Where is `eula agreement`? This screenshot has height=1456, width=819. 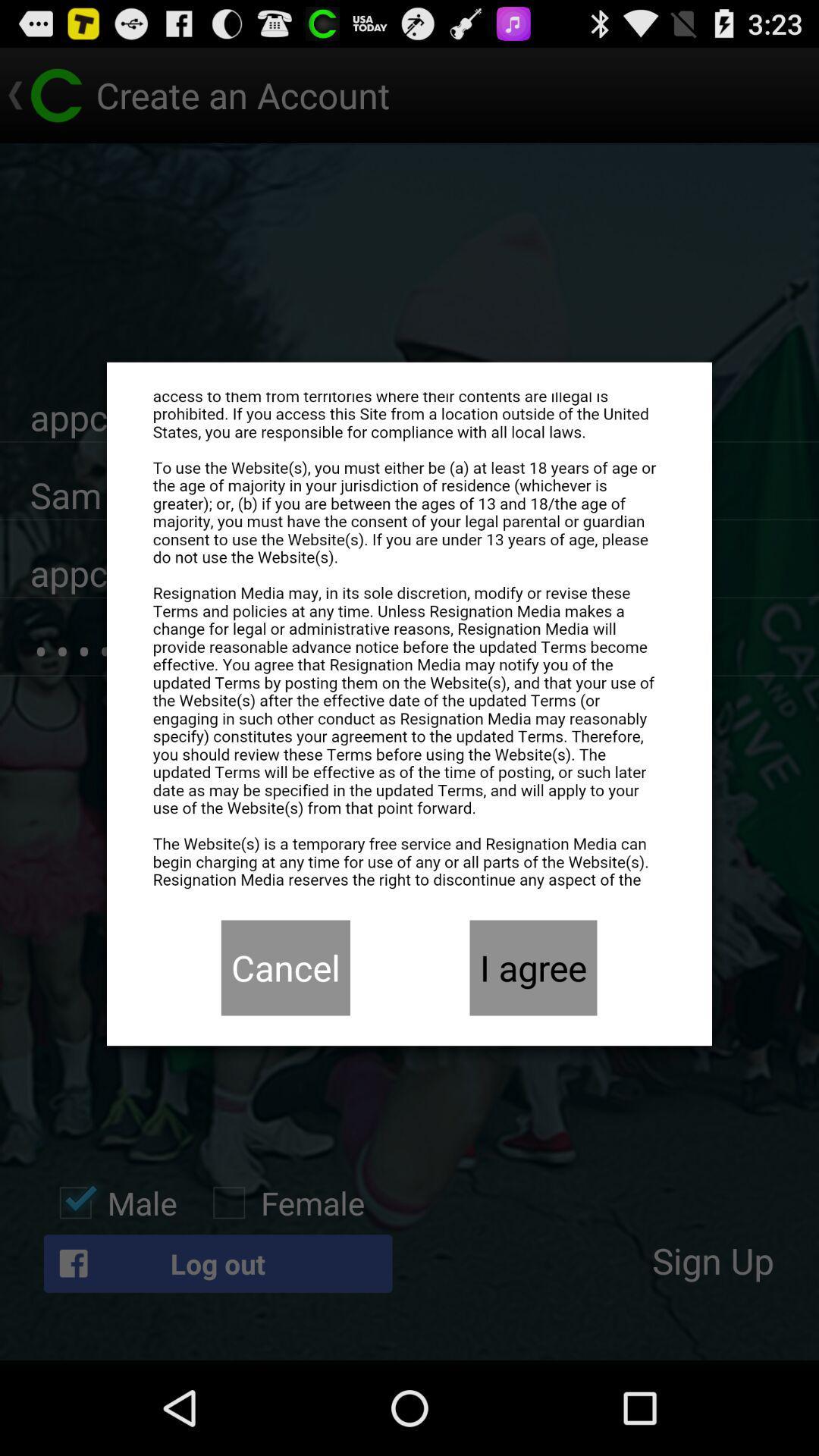 eula agreement is located at coordinates (409, 641).